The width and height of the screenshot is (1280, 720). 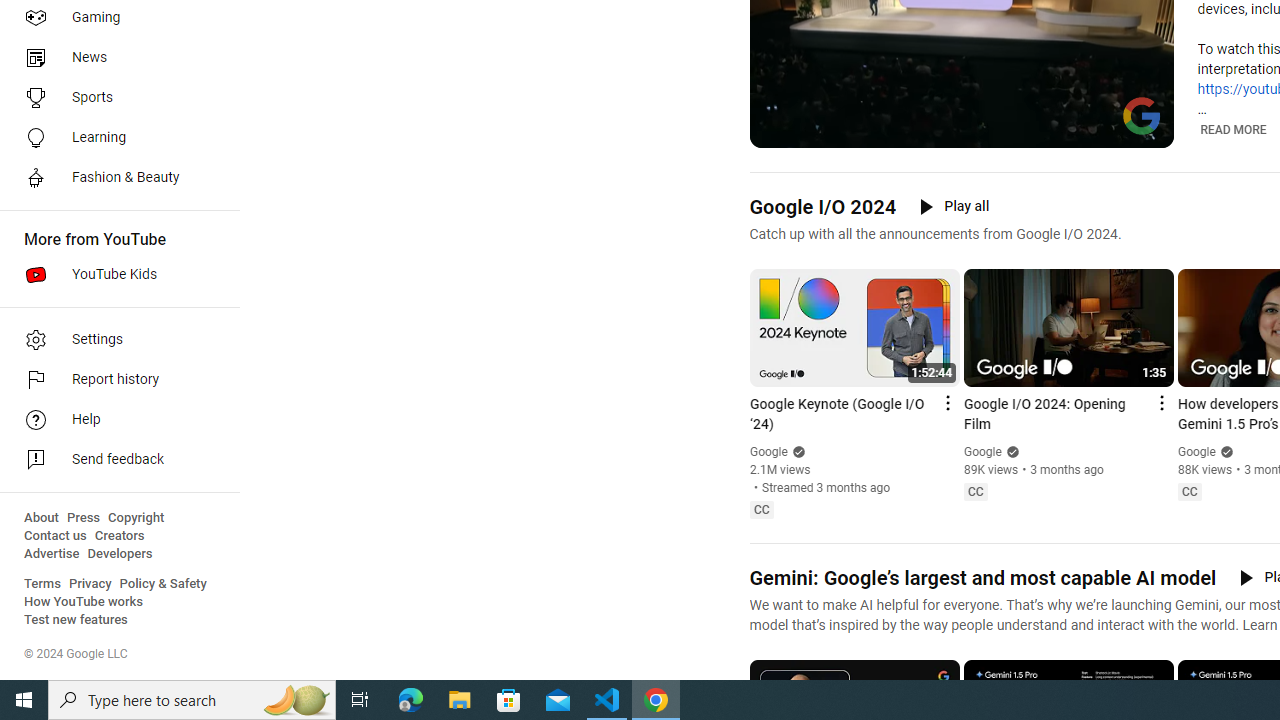 I want to click on 'About', so click(x=41, y=517).